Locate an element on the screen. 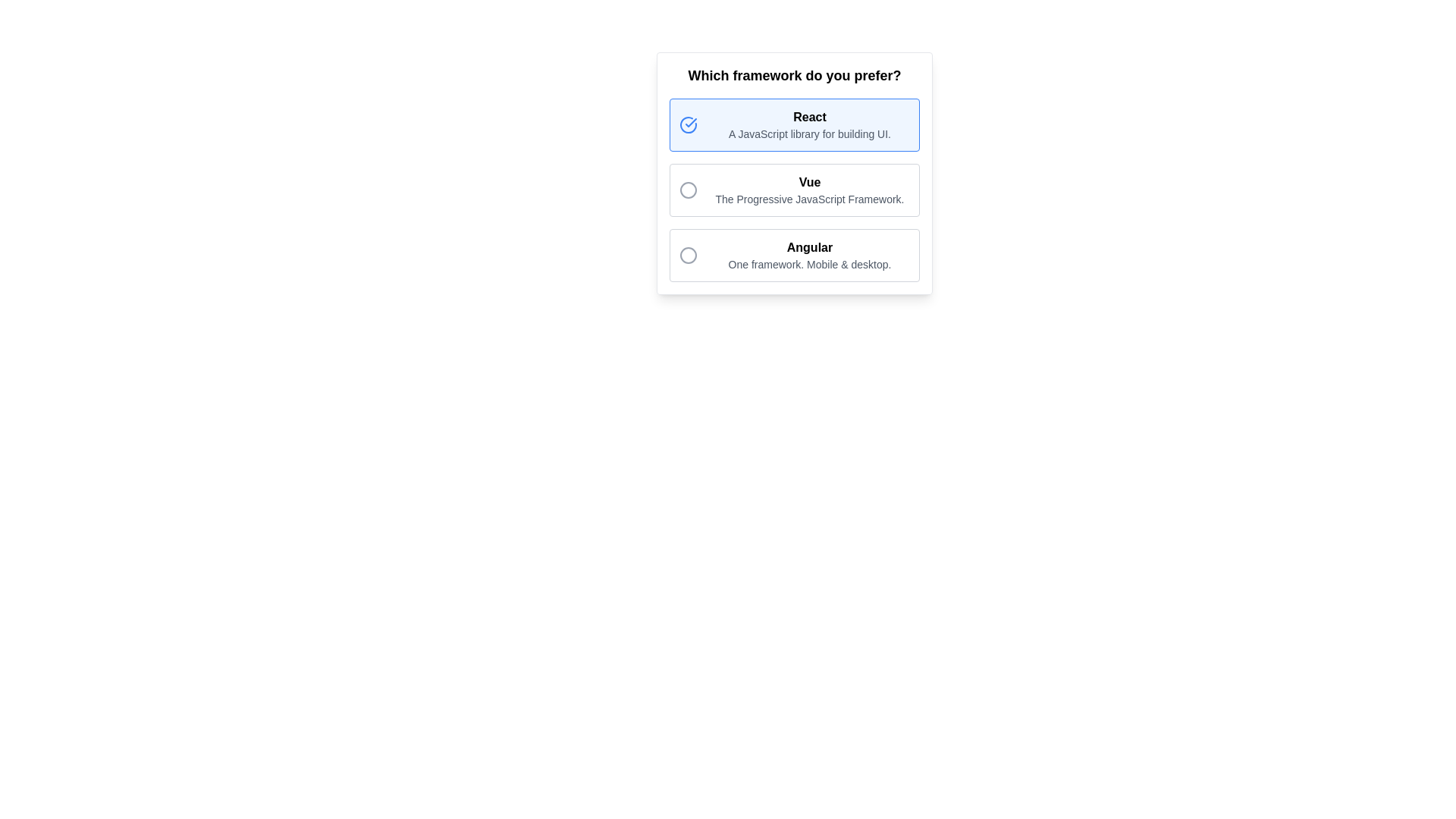 Image resolution: width=1456 pixels, height=819 pixels. description text label located below the heading 'Vue' in the selection menu, which serves as a brief description or tagline for the Vue framework is located at coordinates (809, 198).